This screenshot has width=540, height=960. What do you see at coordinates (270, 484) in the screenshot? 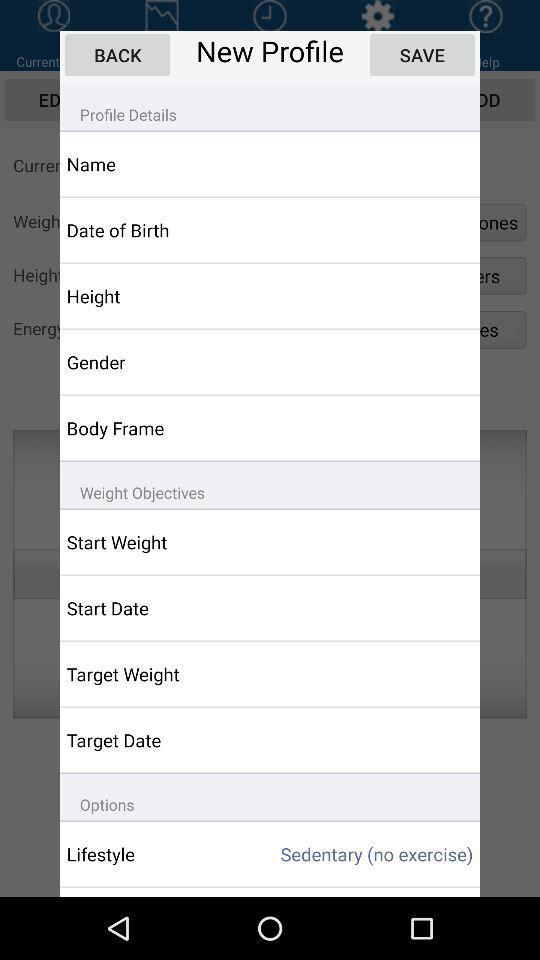
I see `weight objectives item` at bounding box center [270, 484].